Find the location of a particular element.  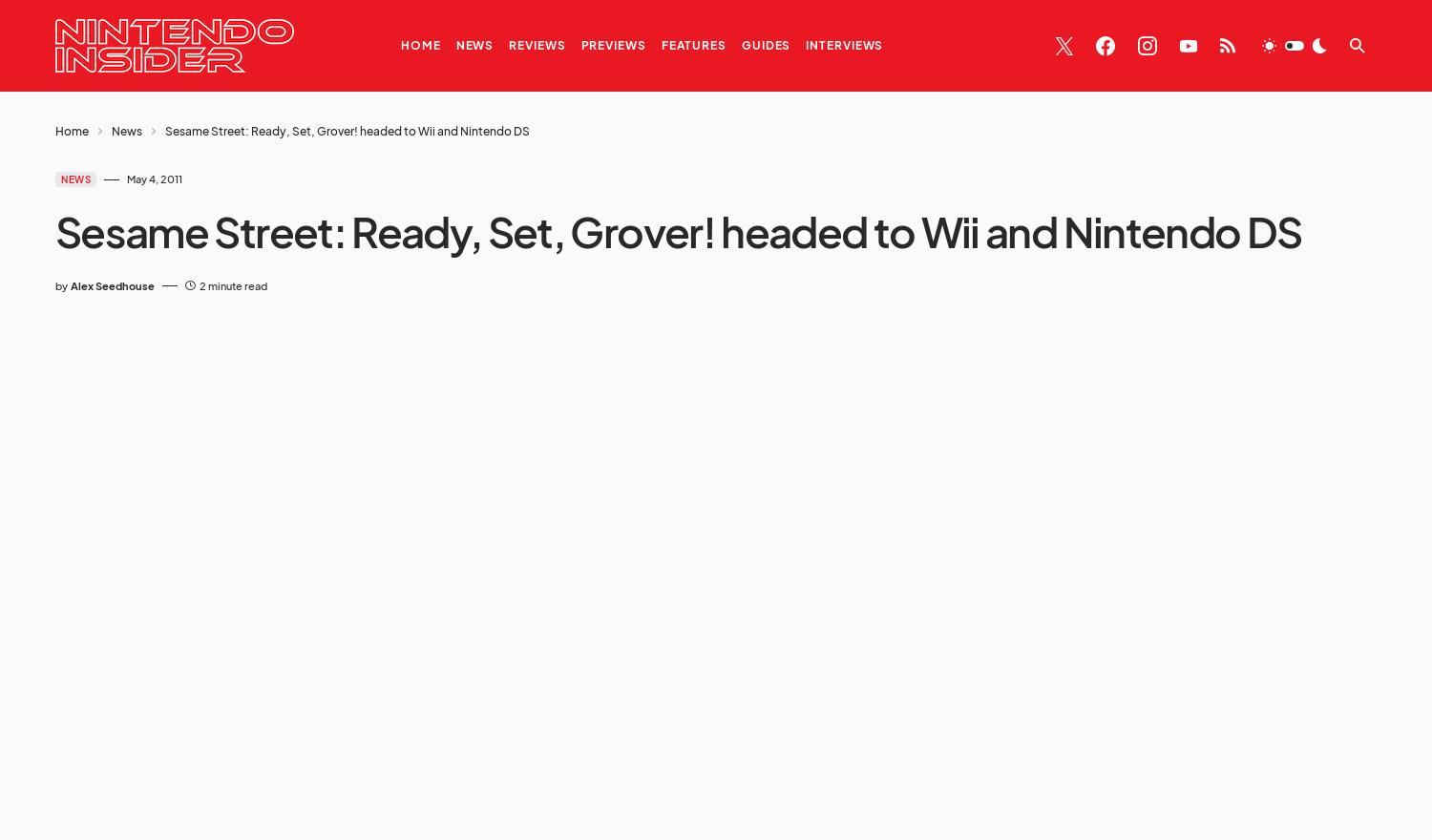

'Previews' is located at coordinates (613, 45).